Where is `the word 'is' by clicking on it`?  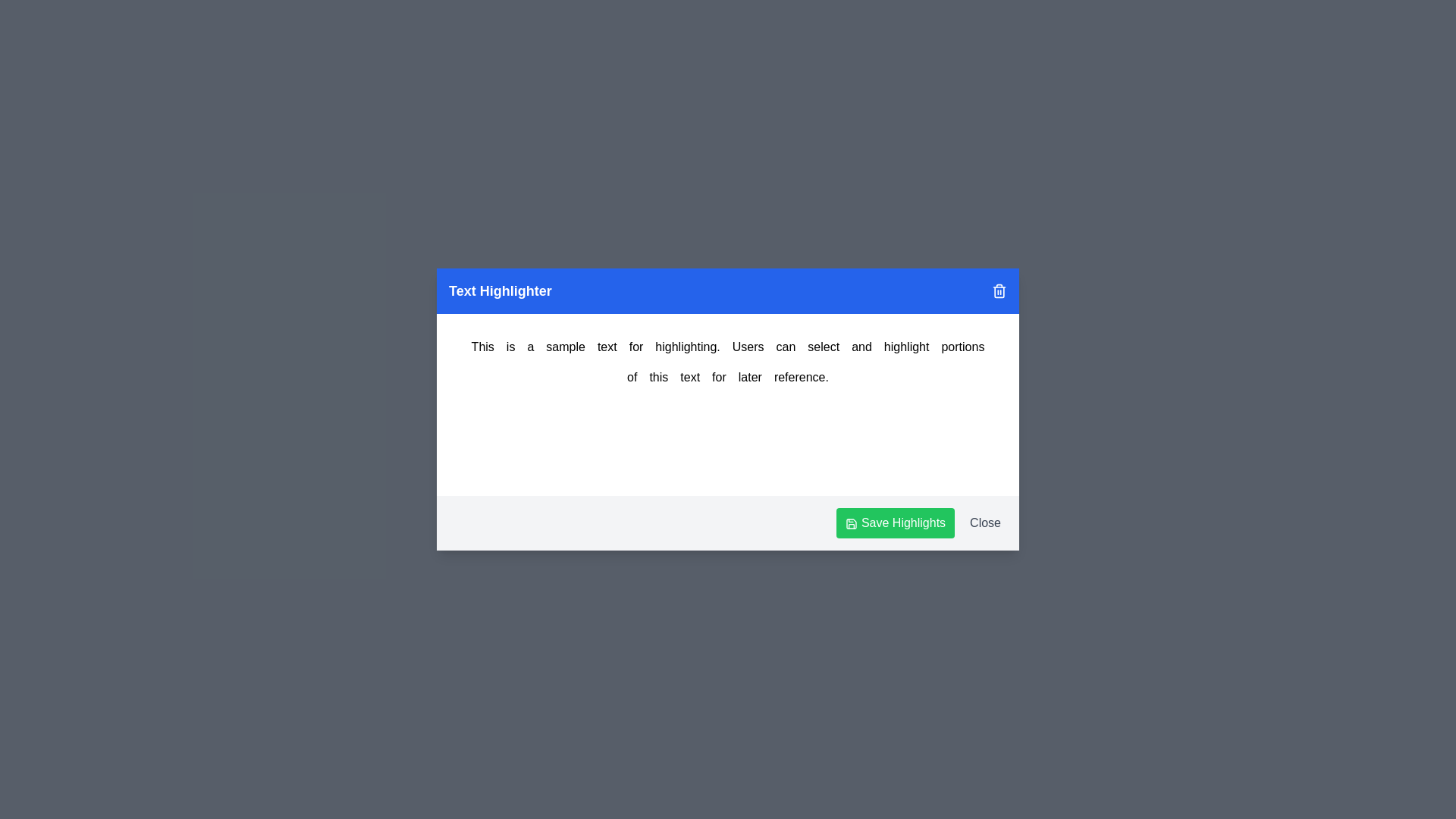 the word 'is' by clicking on it is located at coordinates (510, 347).